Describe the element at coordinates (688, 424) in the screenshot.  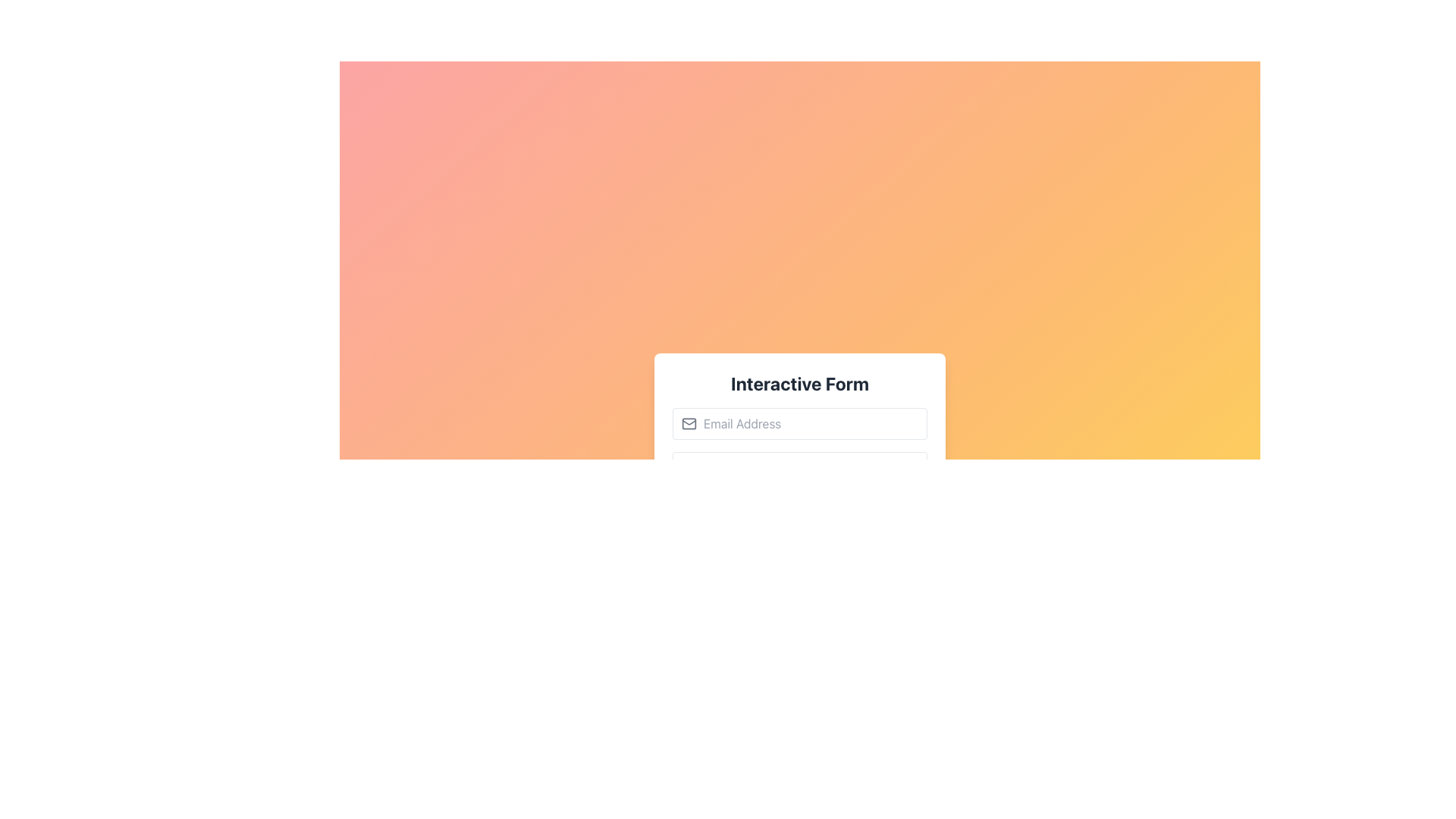
I see `the mail icon, which is a rectangular shape with rounded corners, resembling an envelope, located to the left of the 'Email Address' input field` at that location.